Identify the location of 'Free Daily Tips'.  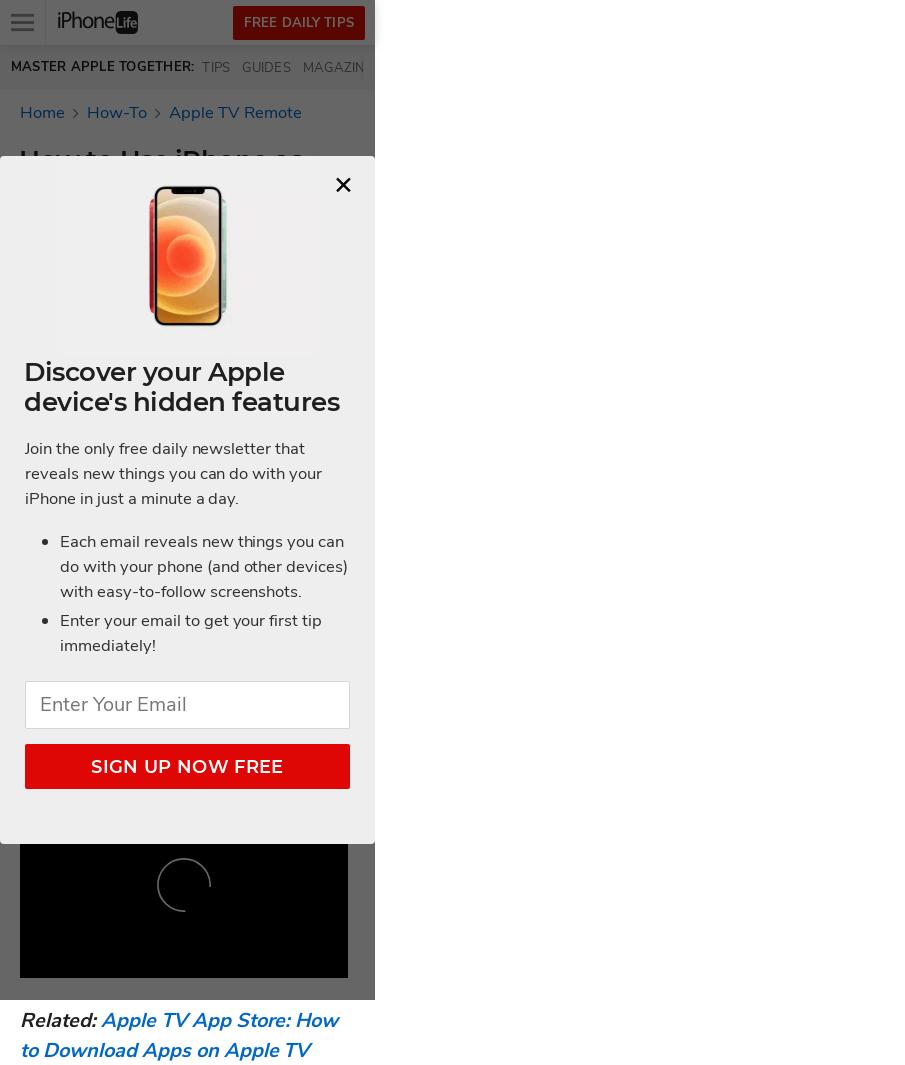
(242, 21).